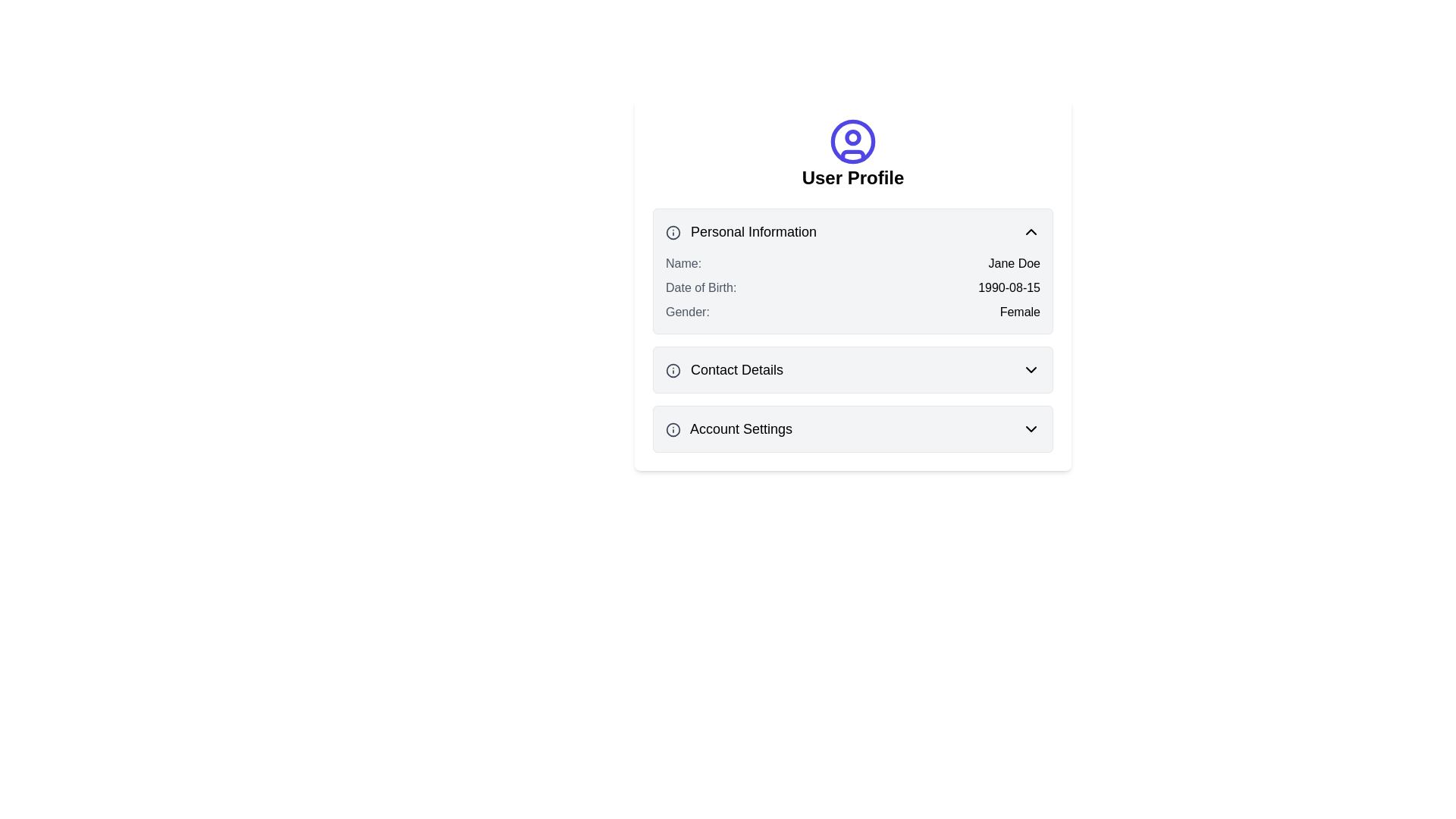  What do you see at coordinates (1031, 429) in the screenshot?
I see `the dropdown indicator icon located in the bottom-right portion of the 'Account Settings' section` at bounding box center [1031, 429].